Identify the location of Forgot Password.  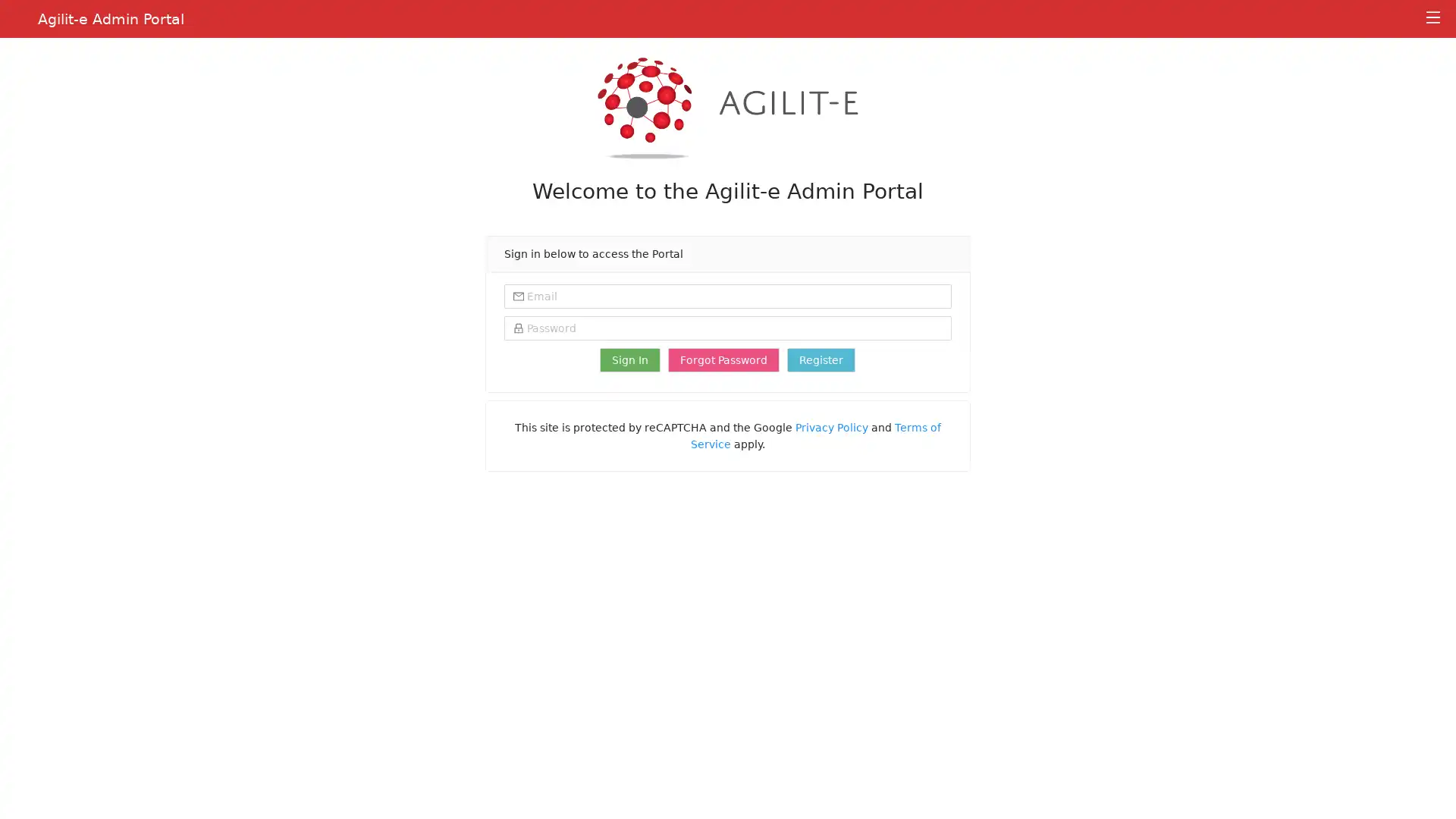
(723, 359).